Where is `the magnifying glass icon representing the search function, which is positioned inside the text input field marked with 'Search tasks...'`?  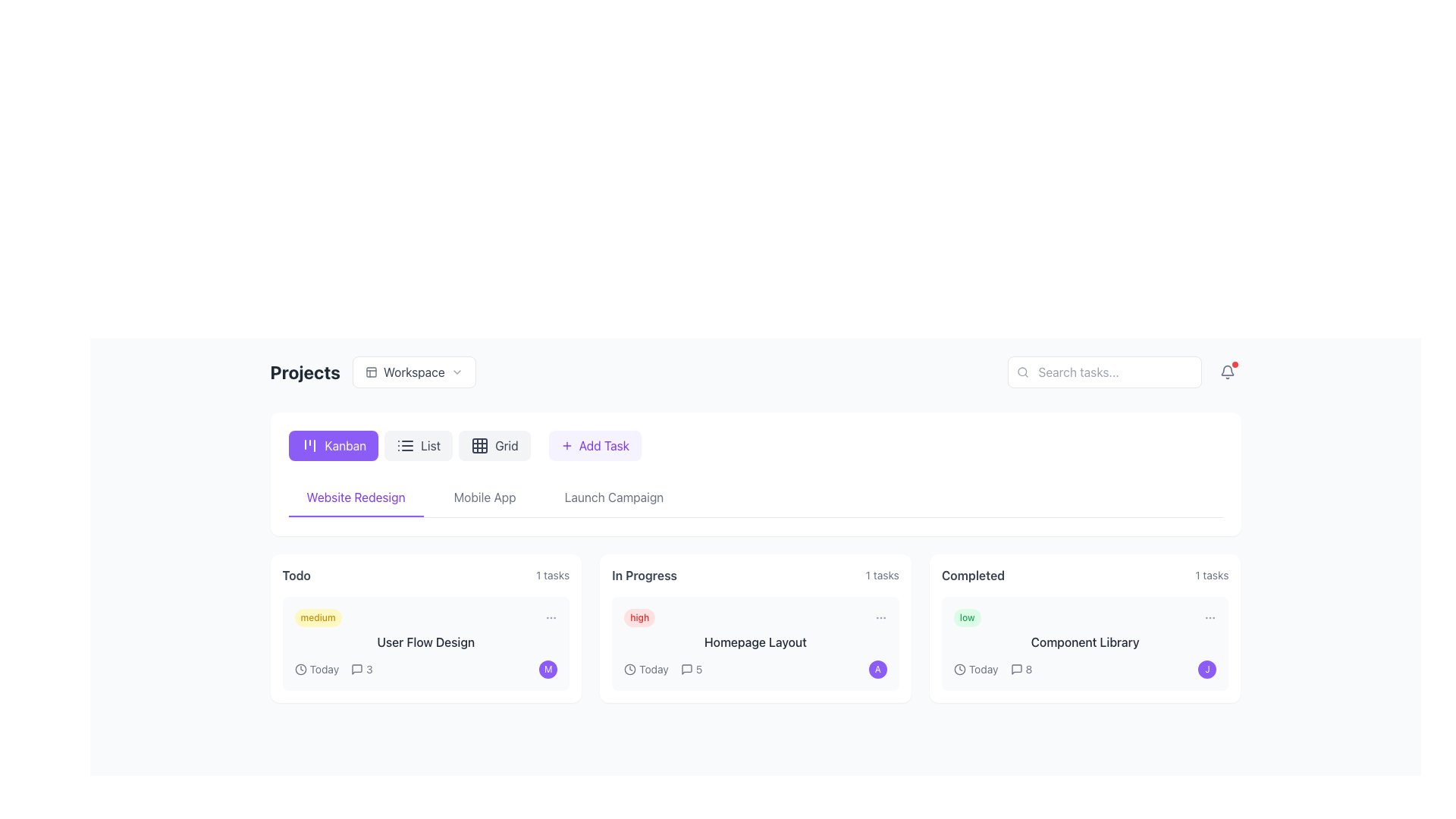
the magnifying glass icon representing the search function, which is positioned inside the text input field marked with 'Search tasks...' is located at coordinates (1022, 372).